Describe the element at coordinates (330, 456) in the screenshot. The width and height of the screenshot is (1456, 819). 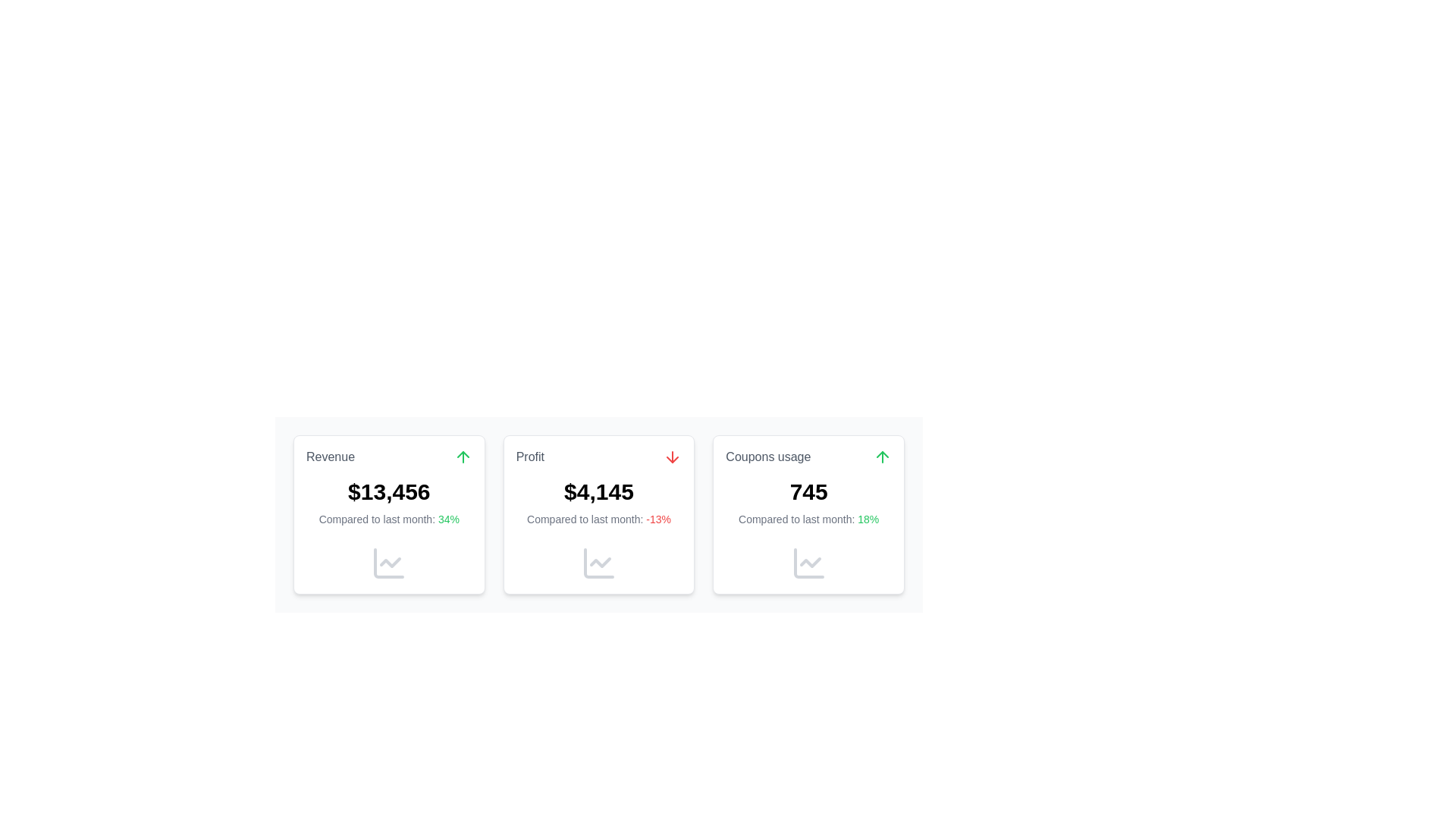
I see `the static text label that displays the word 'Revenue' in medium gray font, located at the top-left corner of the first card in a row of three cards` at that location.